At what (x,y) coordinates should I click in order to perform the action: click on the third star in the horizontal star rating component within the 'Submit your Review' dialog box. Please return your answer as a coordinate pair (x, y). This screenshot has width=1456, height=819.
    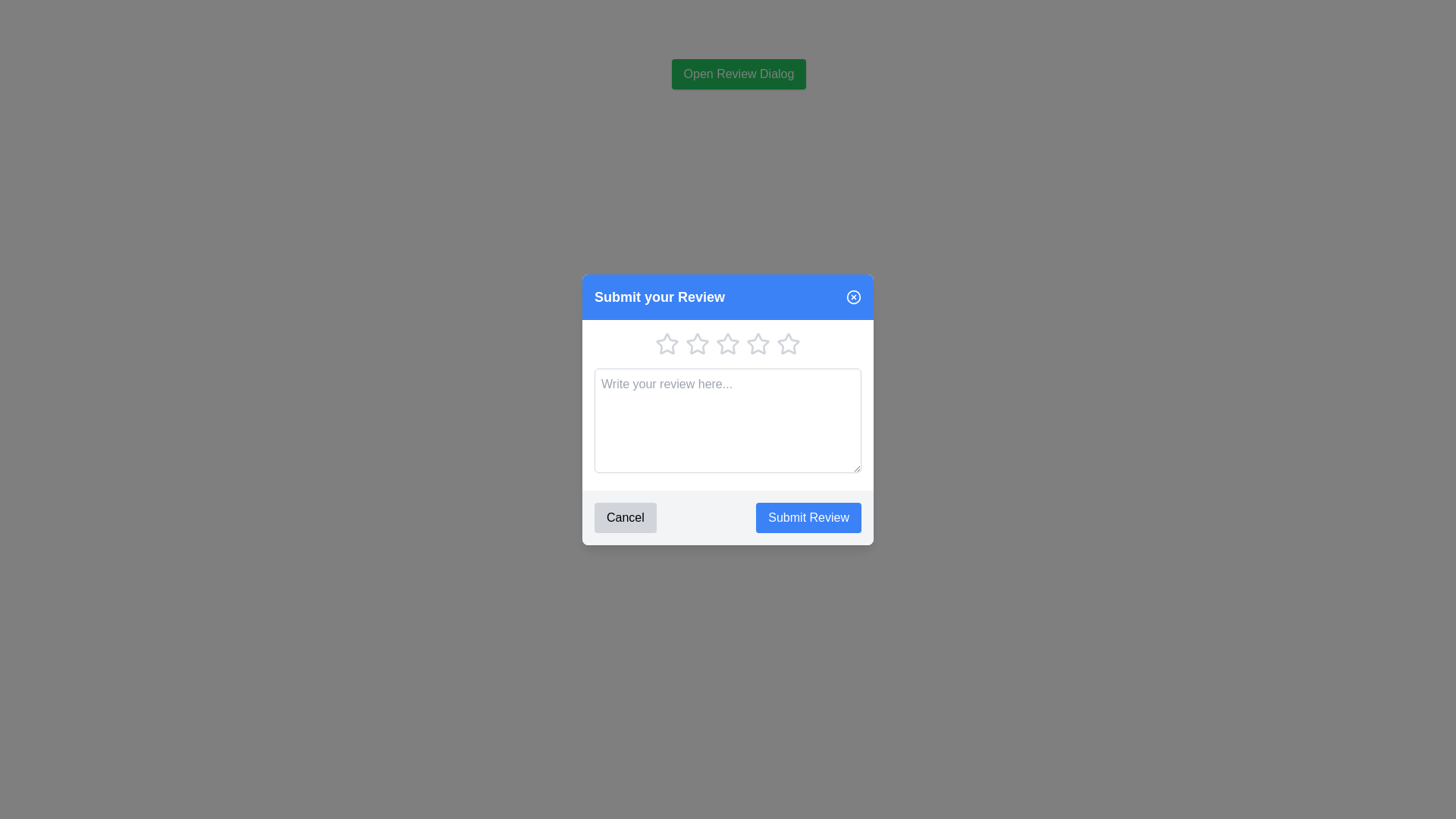
    Looking at the image, I should click on (728, 343).